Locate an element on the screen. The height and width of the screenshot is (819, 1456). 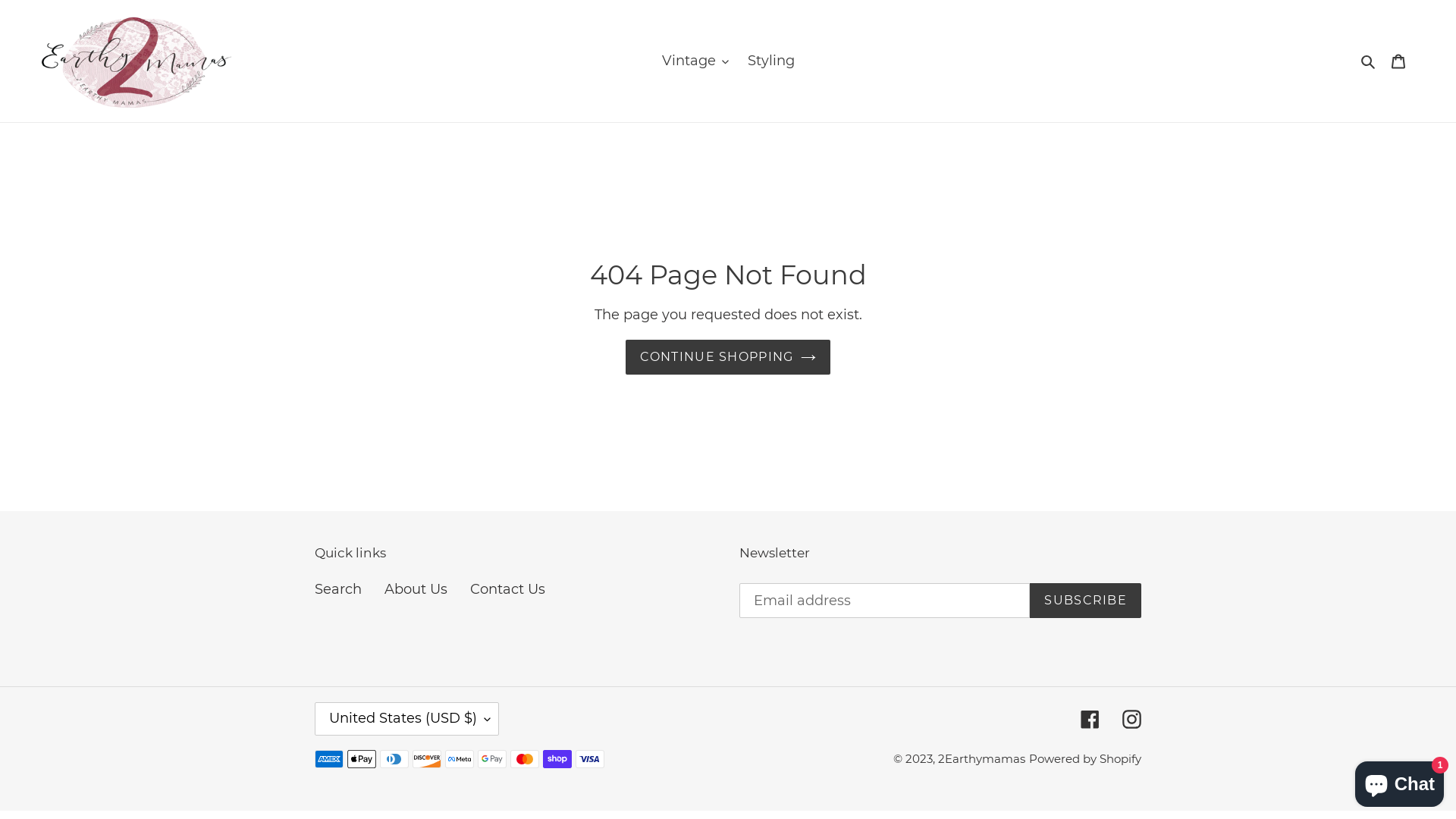
'United States (USD $)' is located at coordinates (406, 718).